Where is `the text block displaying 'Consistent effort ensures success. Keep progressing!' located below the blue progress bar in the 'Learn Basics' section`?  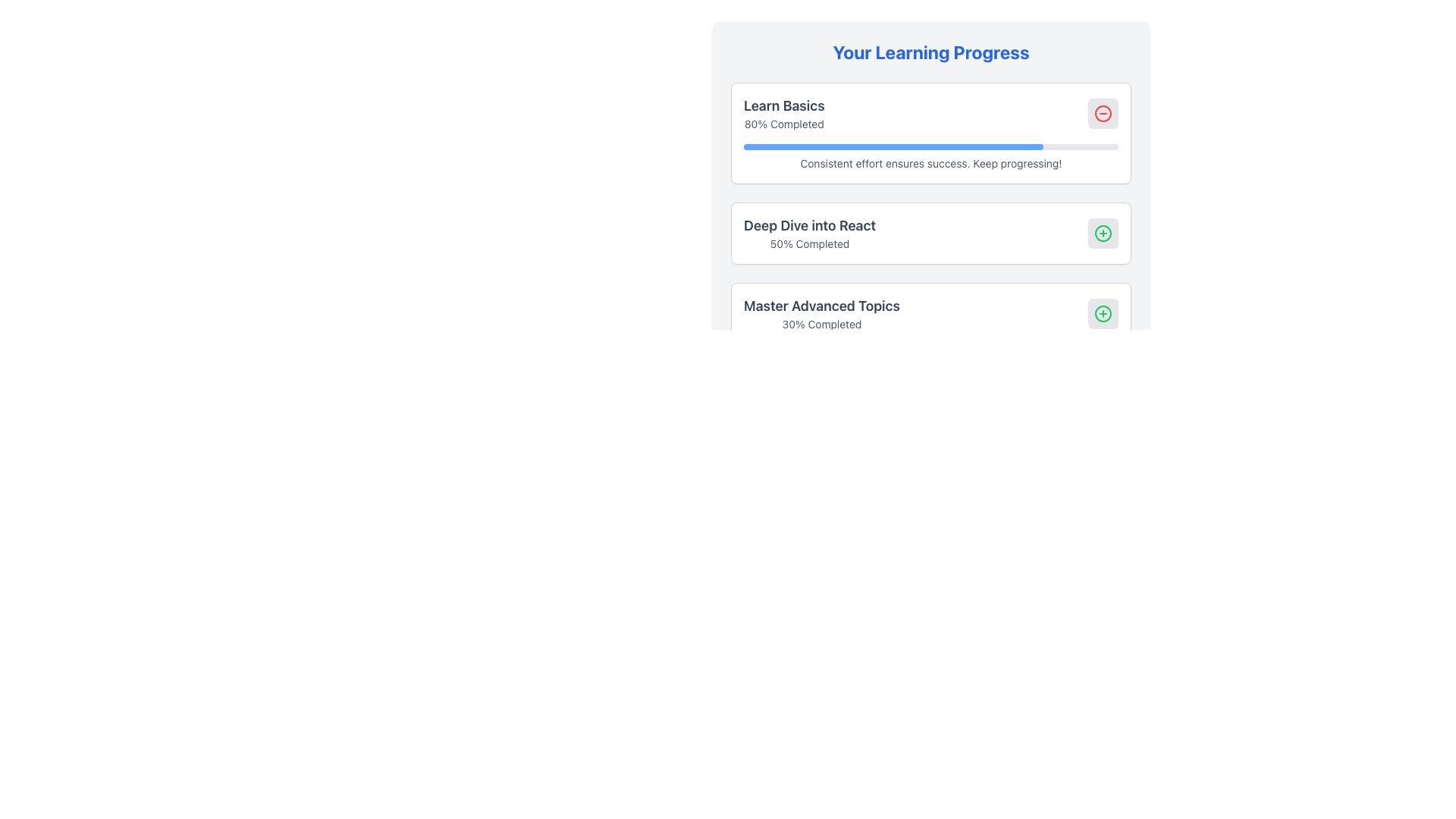 the text block displaying 'Consistent effort ensures success. Keep progressing!' located below the blue progress bar in the 'Learn Basics' section is located at coordinates (930, 158).